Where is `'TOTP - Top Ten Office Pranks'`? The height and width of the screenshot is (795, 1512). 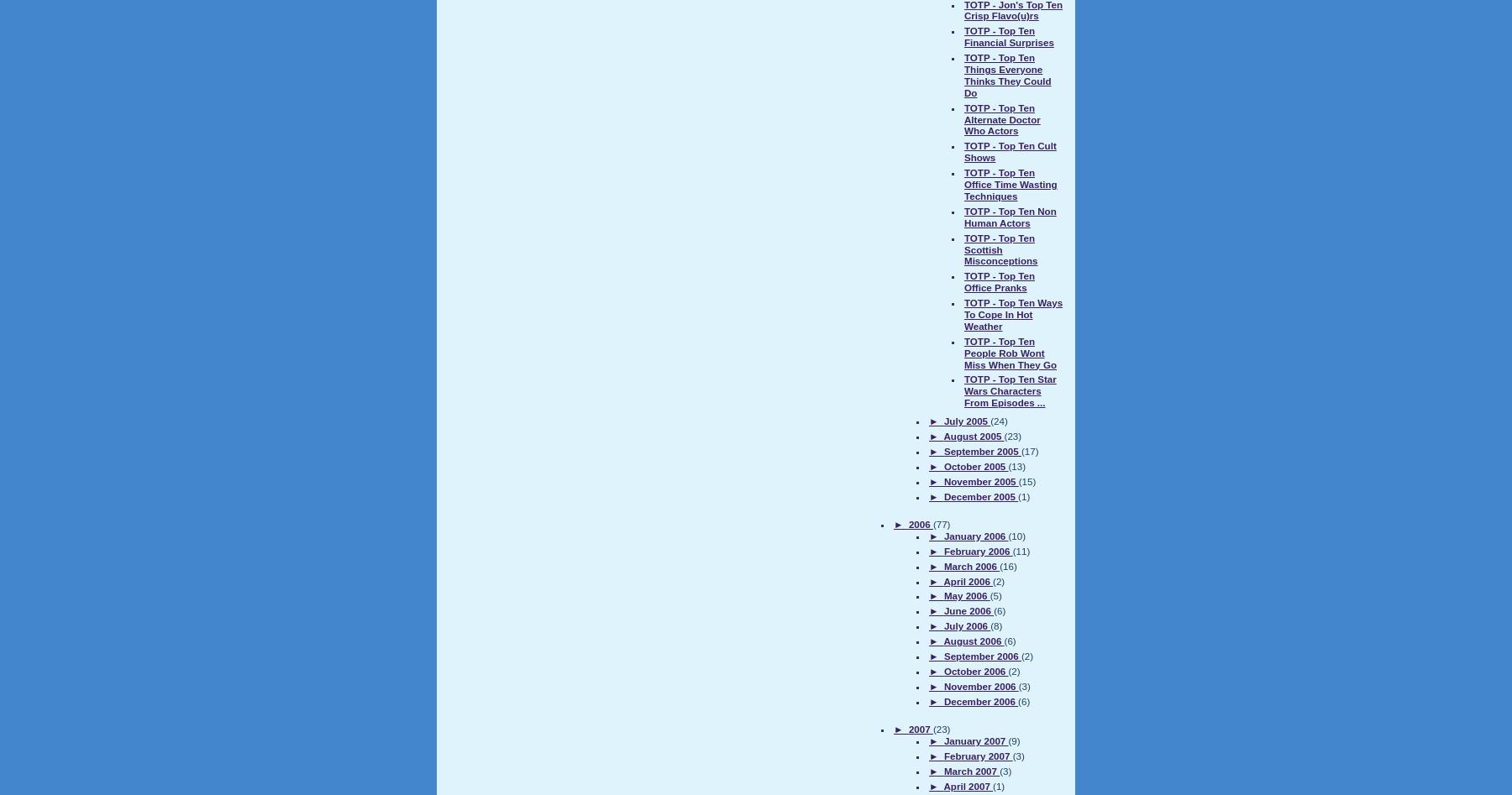
'TOTP - Top Ten Office Pranks' is located at coordinates (998, 280).